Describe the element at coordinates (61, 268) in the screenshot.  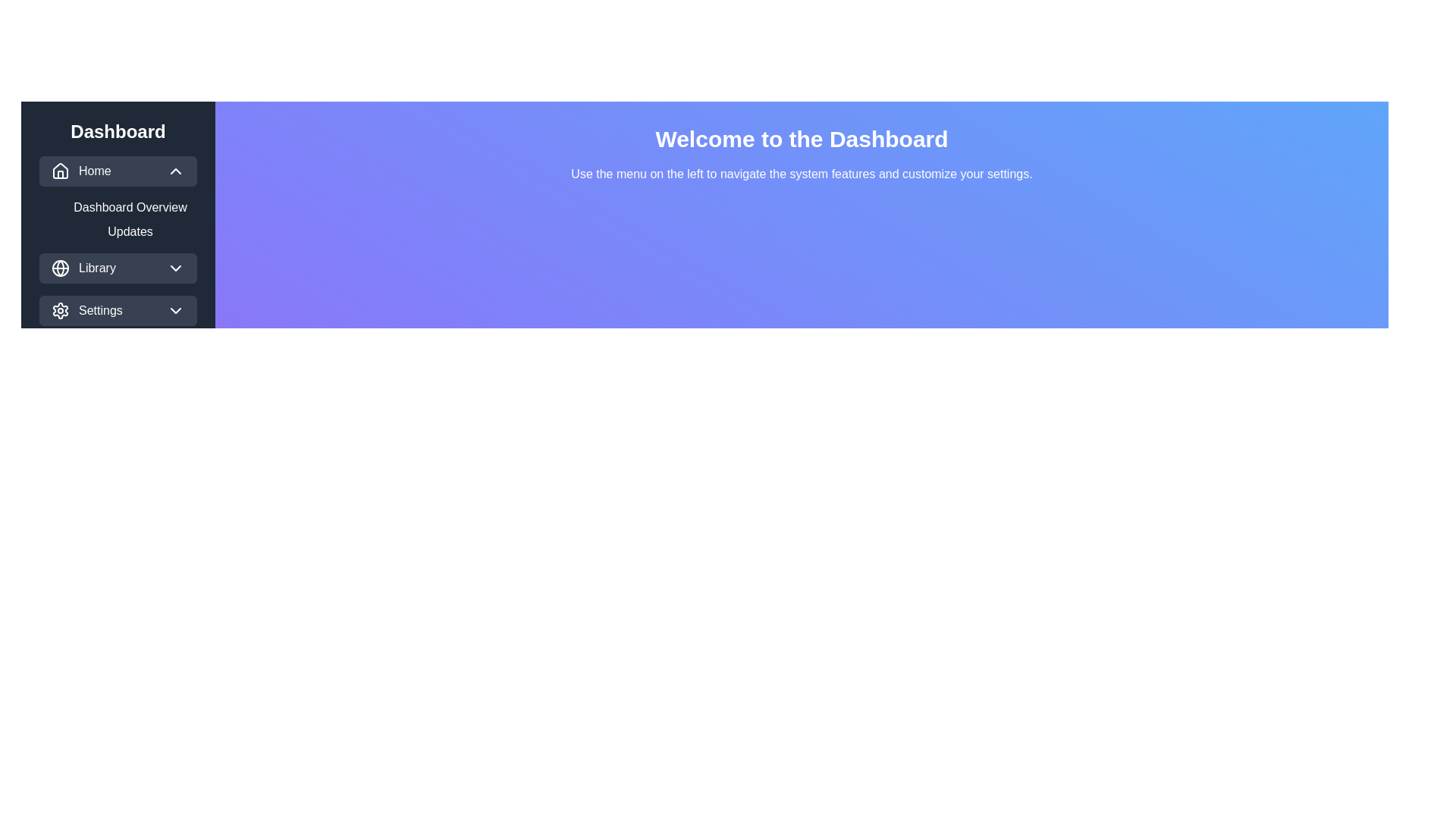
I see `the globe-shaped icon in the left sidebar under 'Dashboard Overview', next to the 'Library' text` at that location.